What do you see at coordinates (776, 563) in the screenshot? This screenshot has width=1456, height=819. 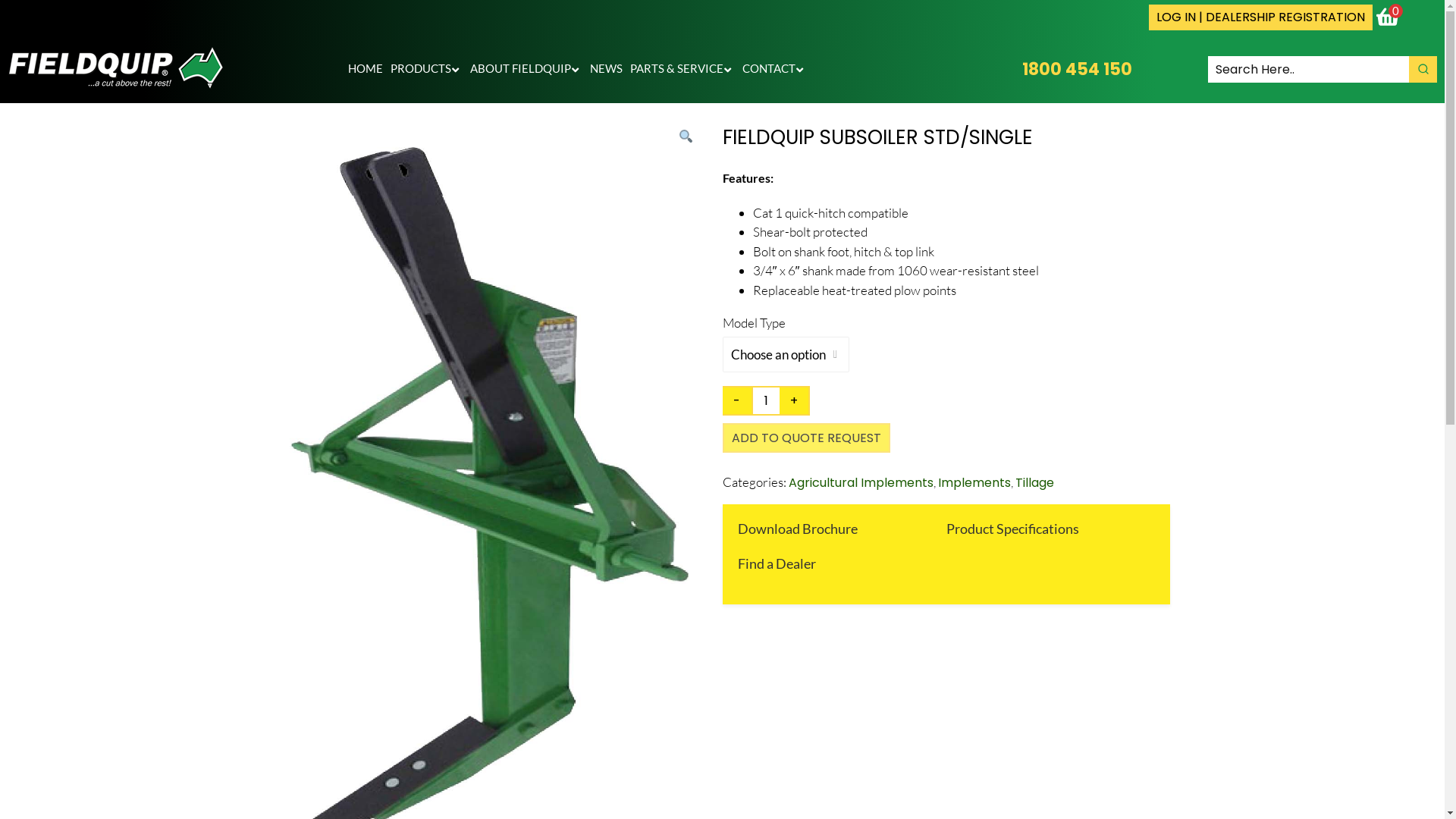 I see `'Find a Dealer'` at bounding box center [776, 563].